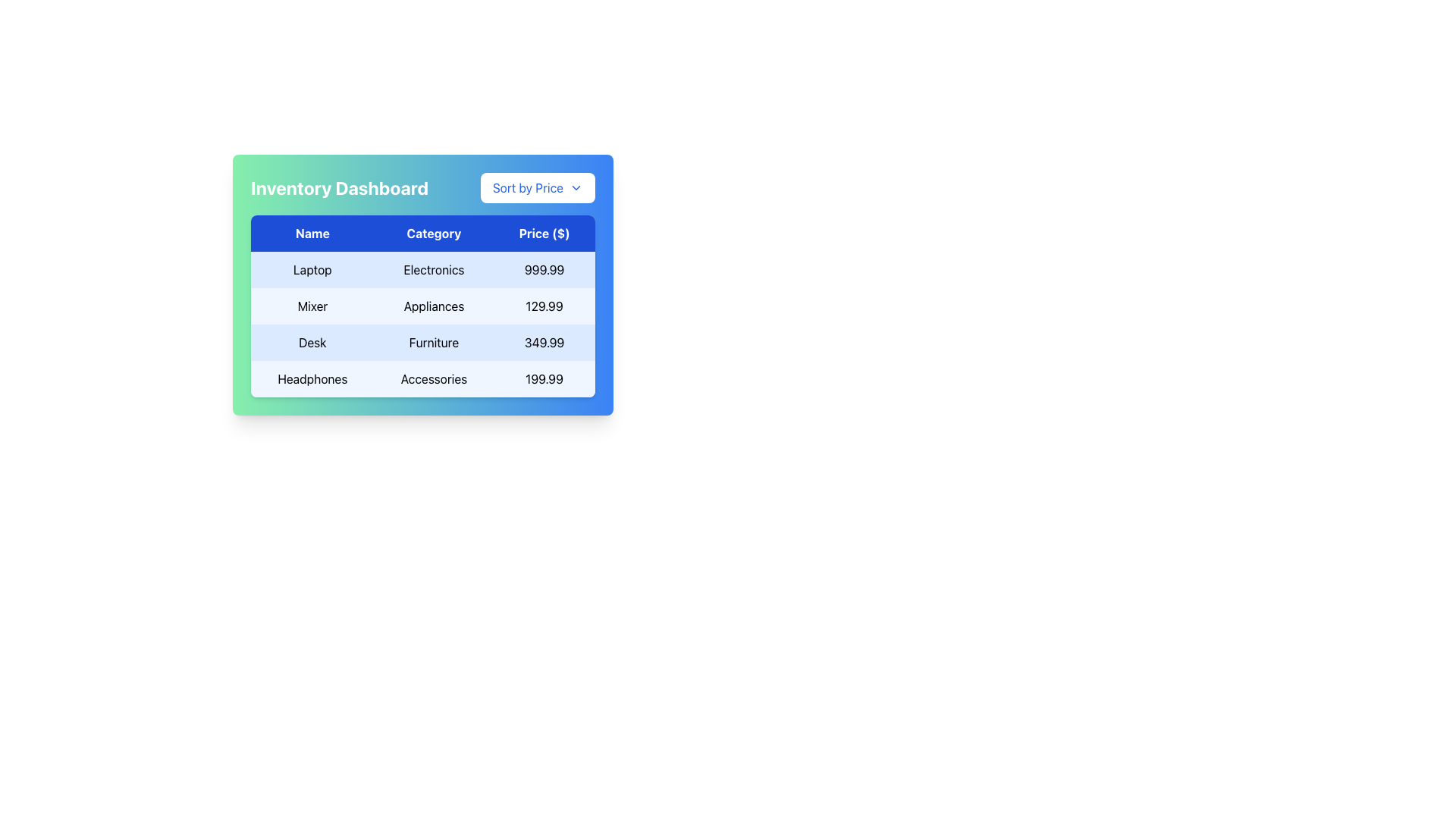 Image resolution: width=1456 pixels, height=819 pixels. What do you see at coordinates (544, 234) in the screenshot?
I see `the 'Price ($)' text label, which is the third column header in the table, indicating the type of information contained in that column` at bounding box center [544, 234].